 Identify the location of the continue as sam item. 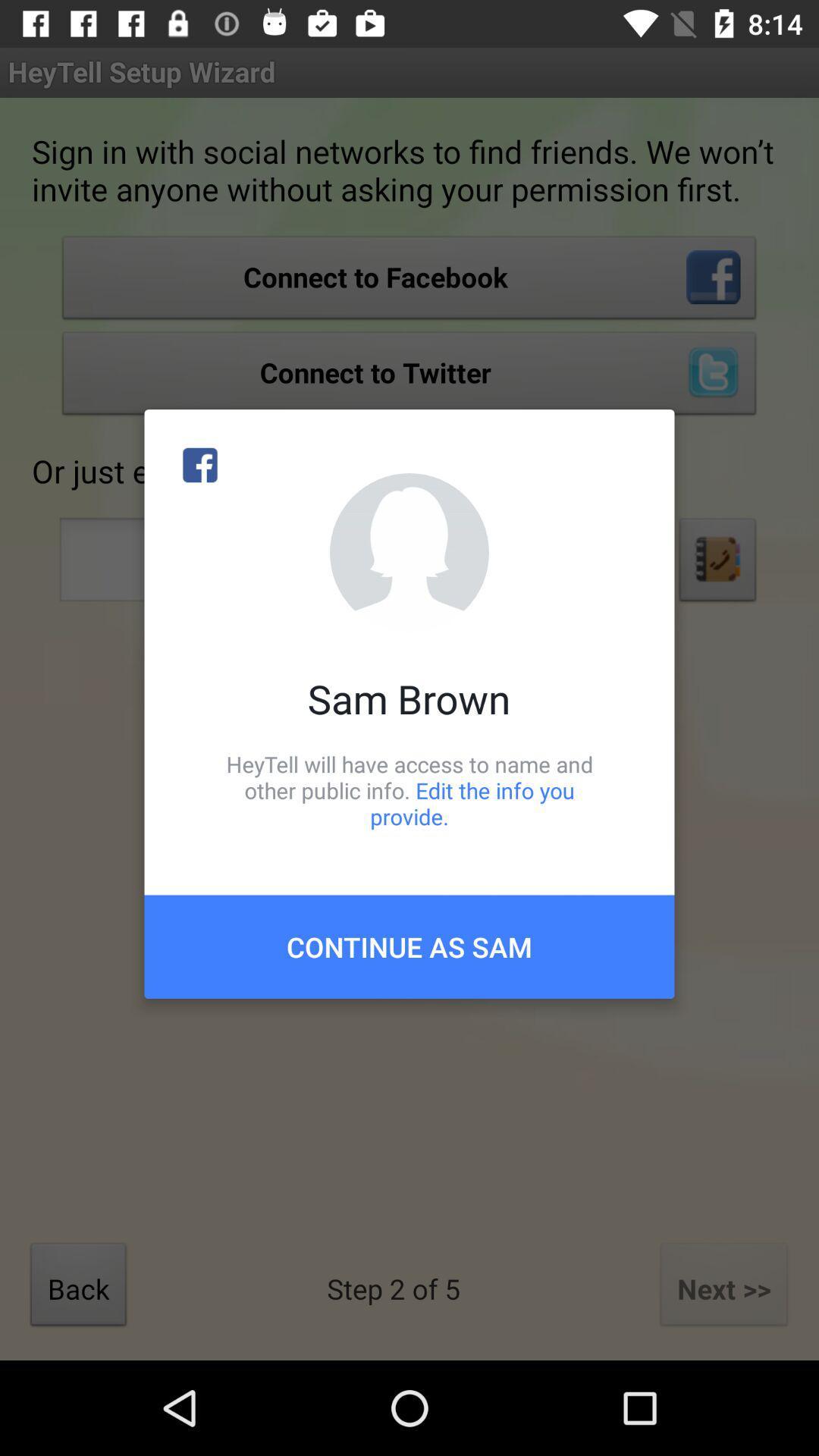
(409, 946).